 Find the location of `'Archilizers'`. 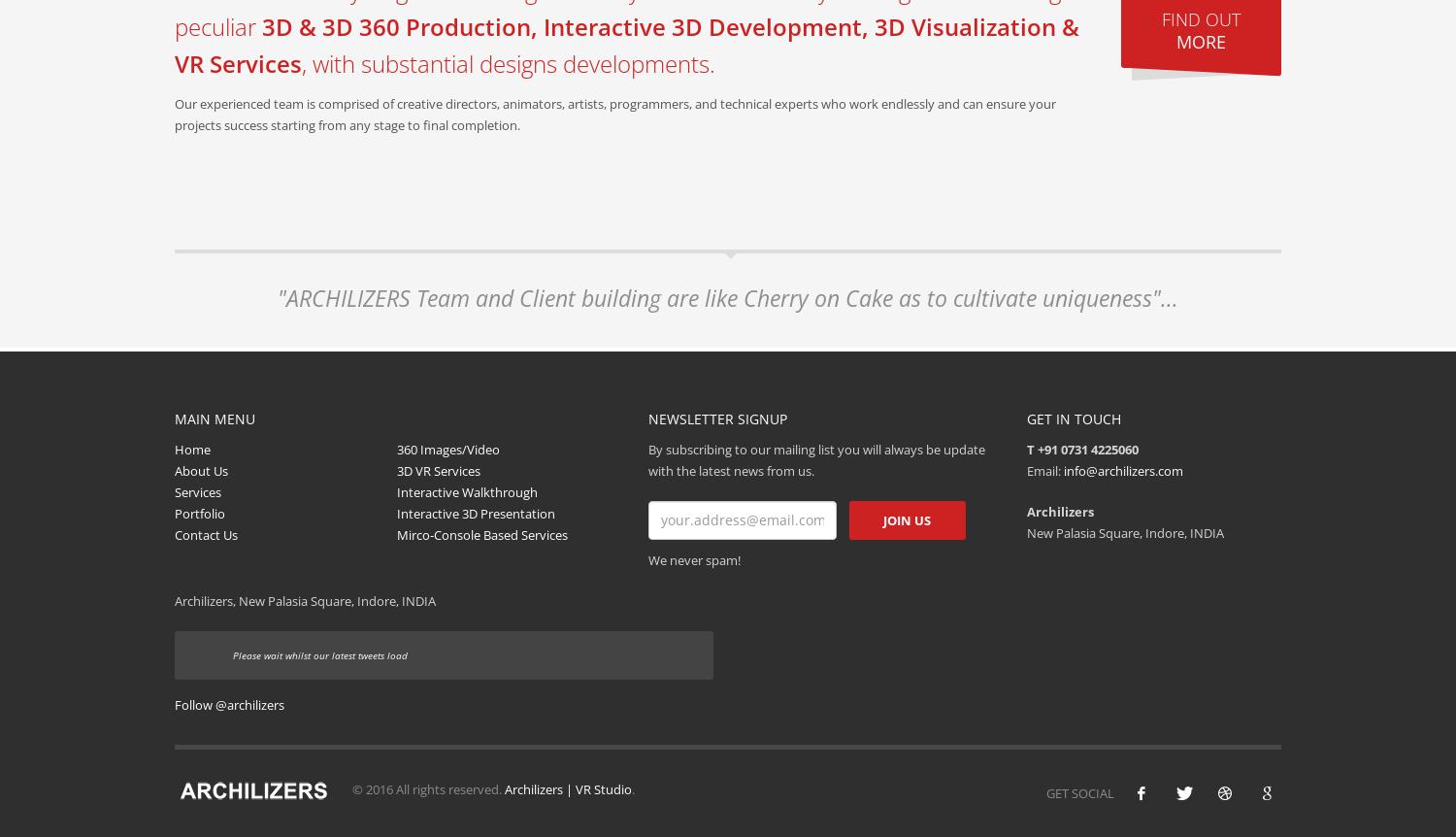

'Archilizers' is located at coordinates (1058, 509).